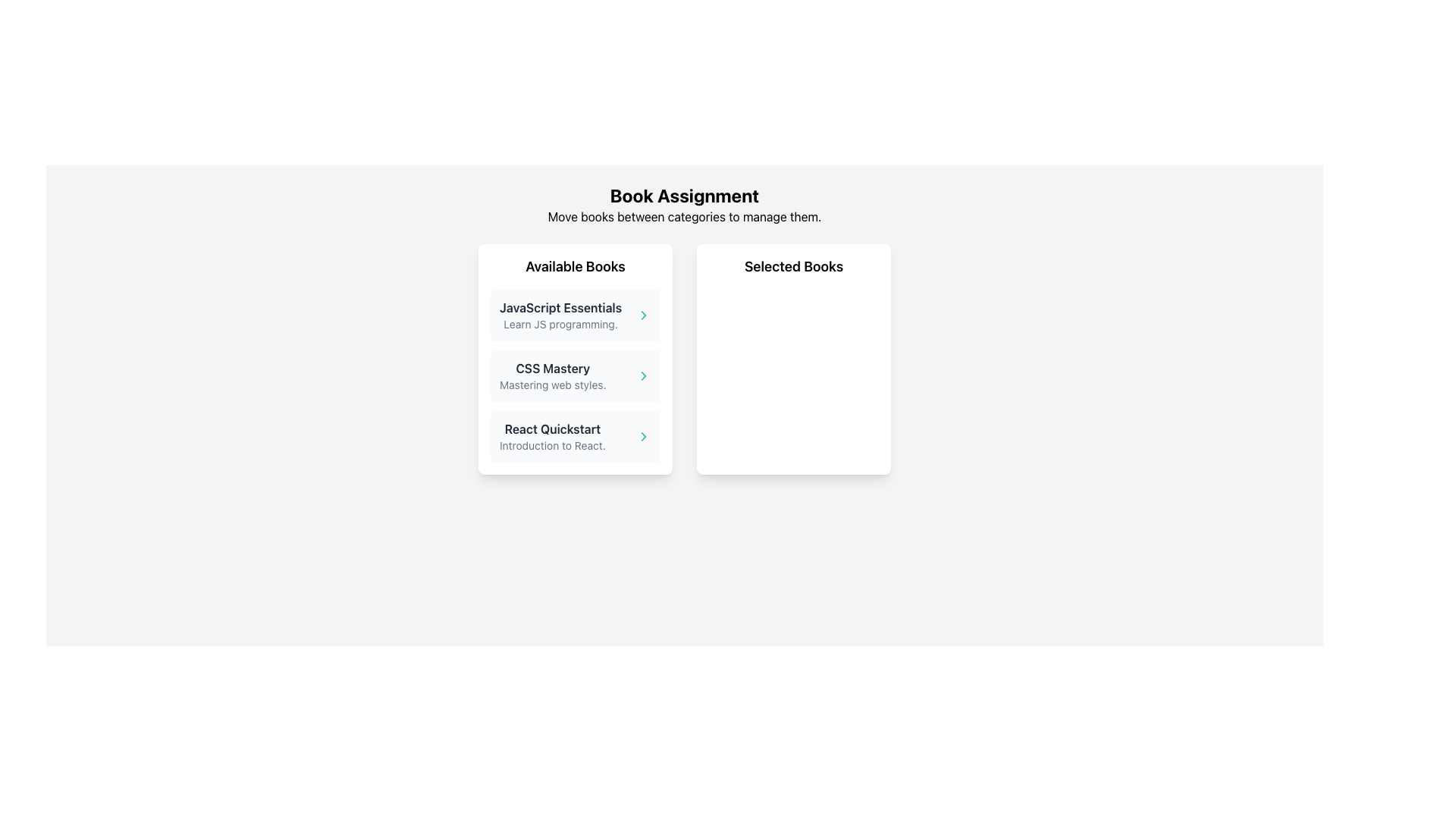 The height and width of the screenshot is (819, 1456). What do you see at coordinates (683, 205) in the screenshot?
I see `the text block labeled 'Book Assignment' which has a bold header and a subheader describing book management` at bounding box center [683, 205].